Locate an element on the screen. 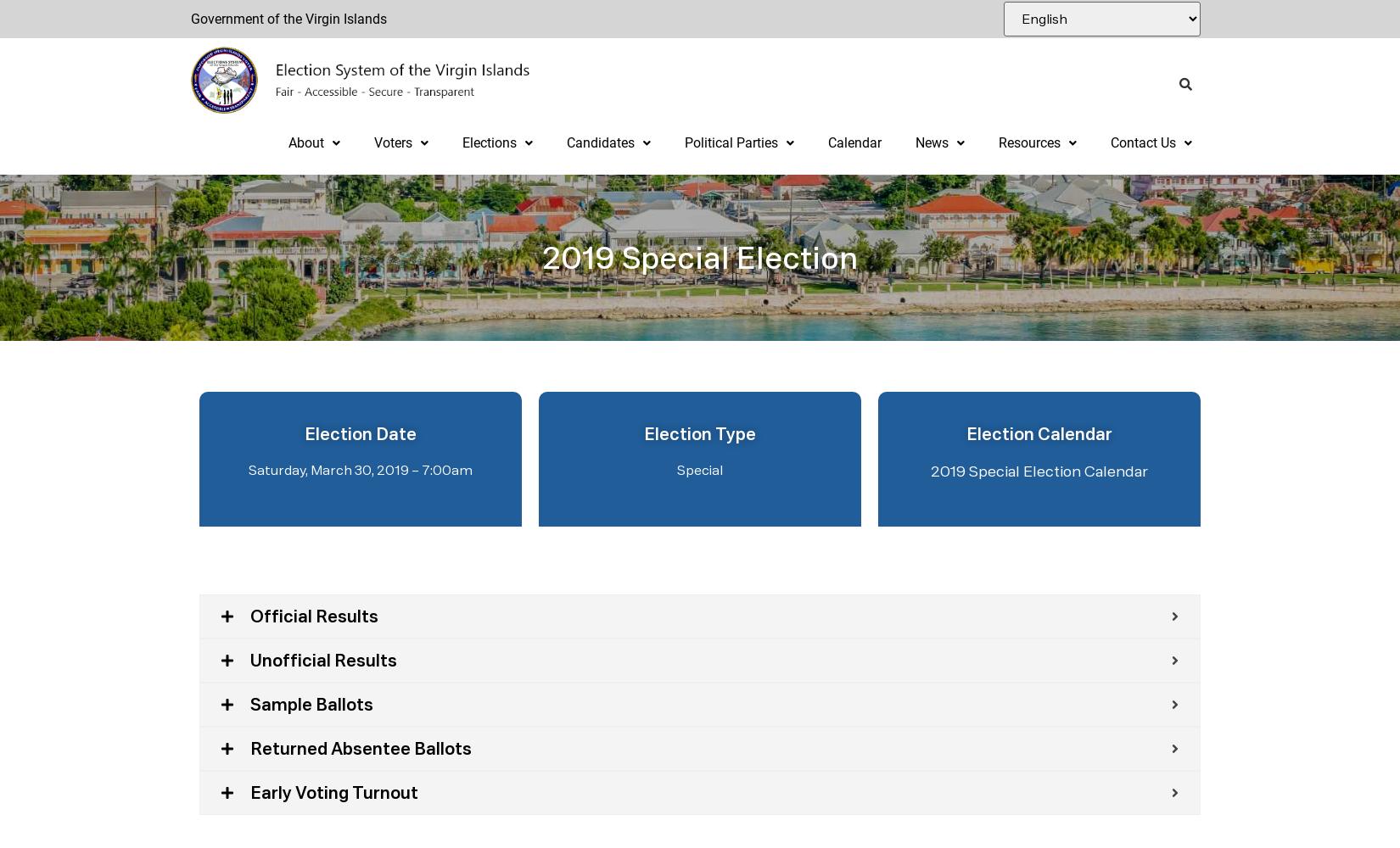  'Early Voting Turnout' is located at coordinates (334, 793).